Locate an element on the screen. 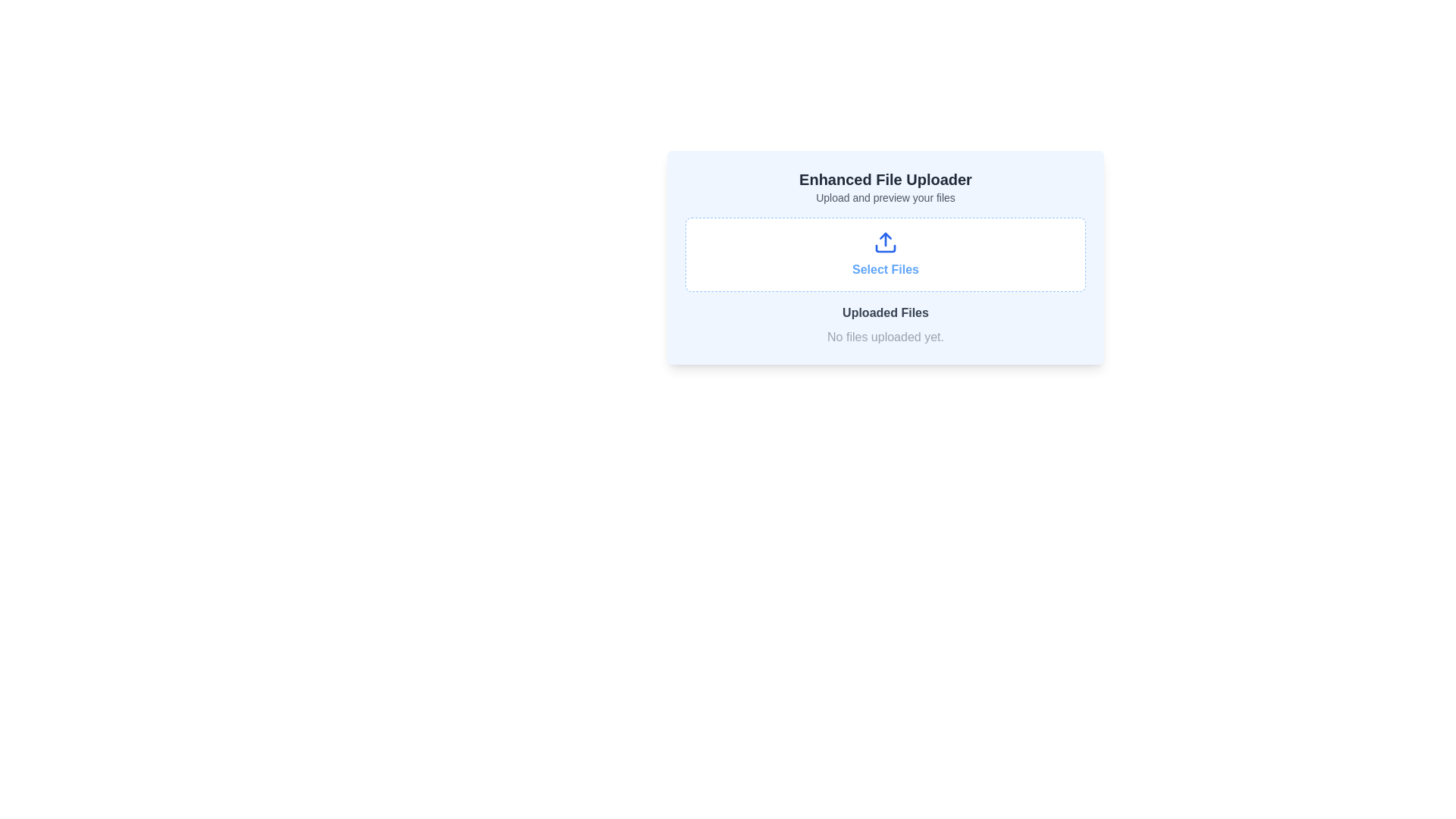  the static text label indicating file selection, which is centrally placed beneath the upload icon and above the uploaded files area is located at coordinates (885, 268).